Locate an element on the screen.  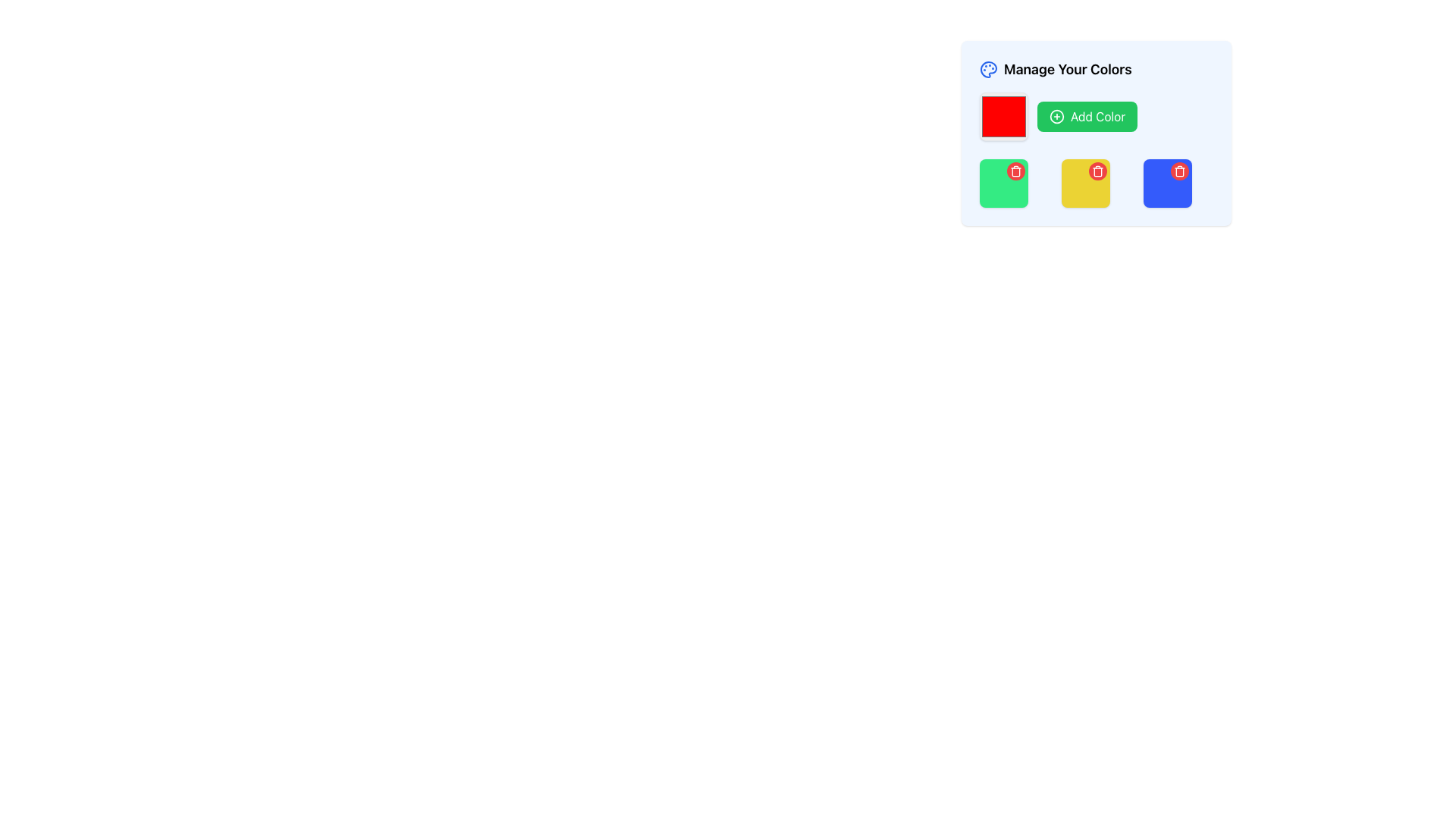
the 'Add Color' button with a green background and white text is located at coordinates (1087, 116).